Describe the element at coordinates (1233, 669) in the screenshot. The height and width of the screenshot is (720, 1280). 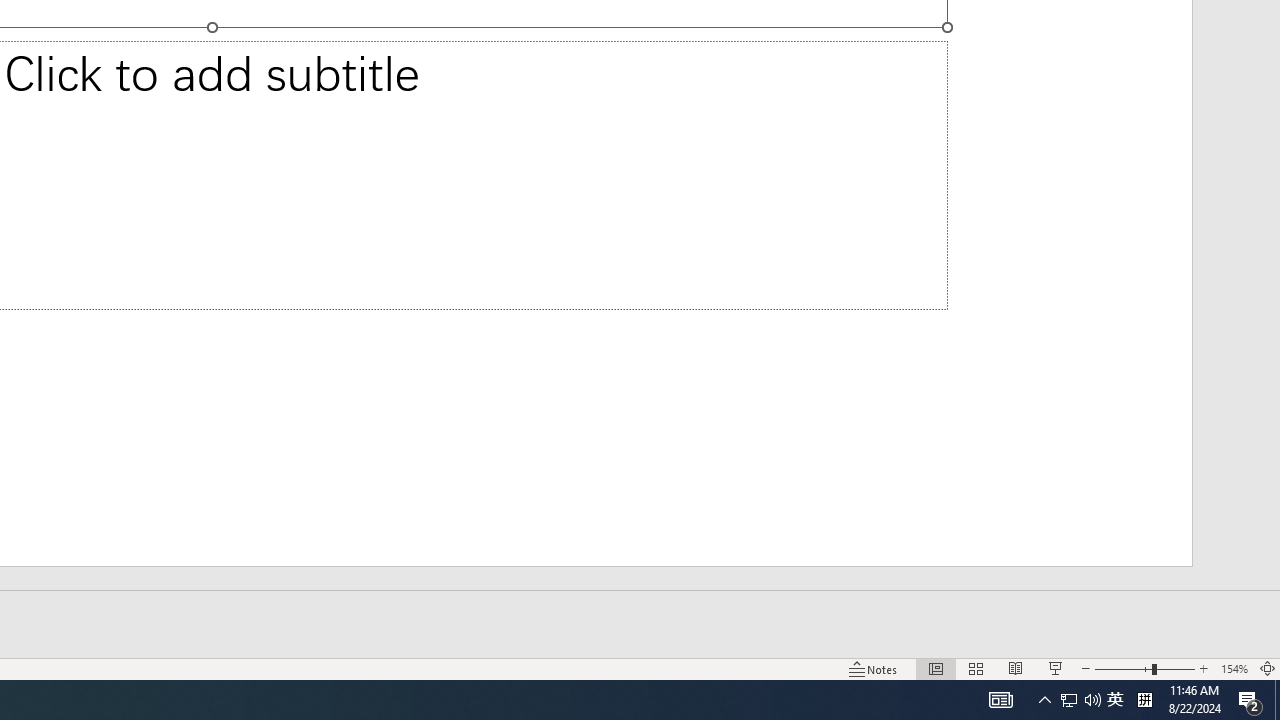
I see `'Zoom 154%'` at that location.